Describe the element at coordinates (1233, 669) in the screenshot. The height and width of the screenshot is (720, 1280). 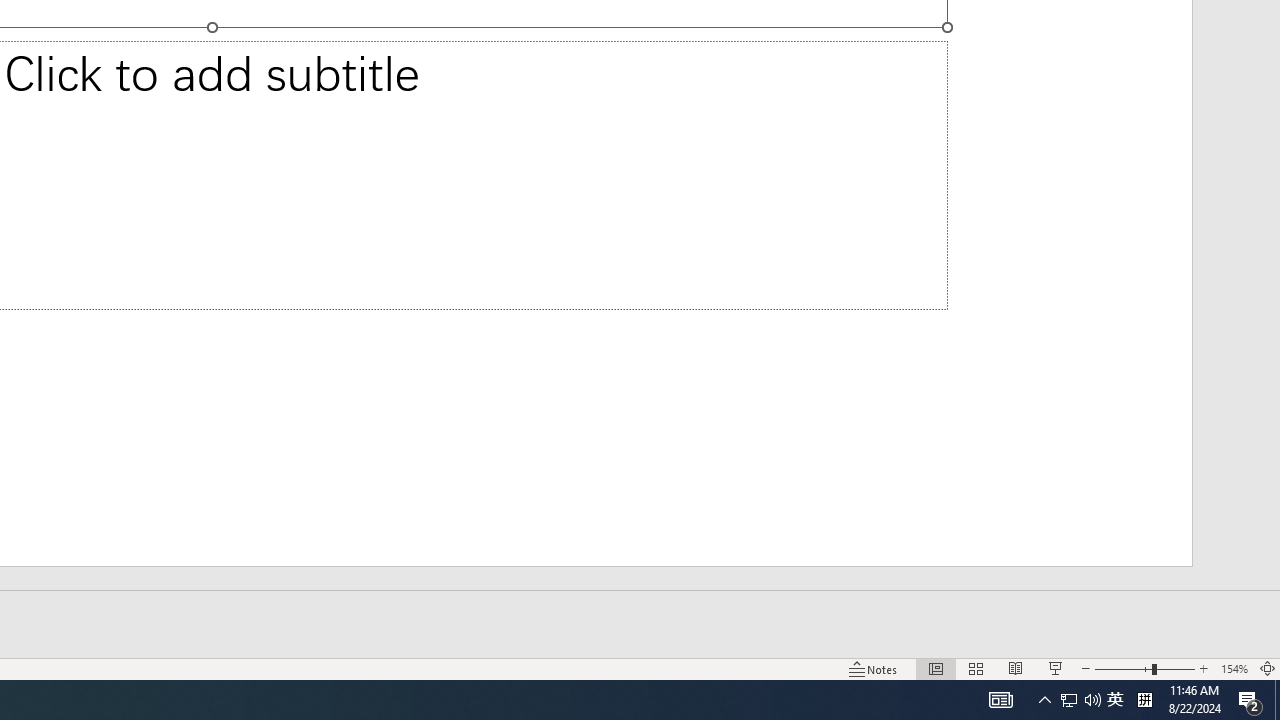
I see `'Zoom 154%'` at that location.